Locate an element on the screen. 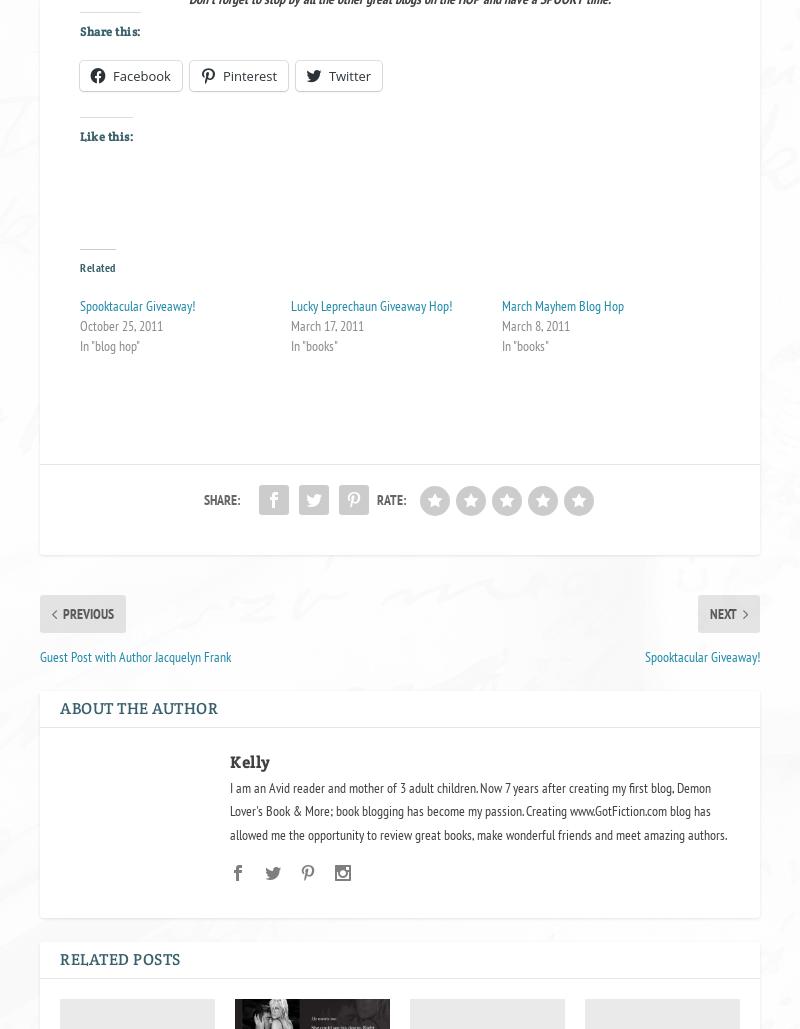 This screenshot has width=800, height=1029. 'About The Author' is located at coordinates (139, 706).